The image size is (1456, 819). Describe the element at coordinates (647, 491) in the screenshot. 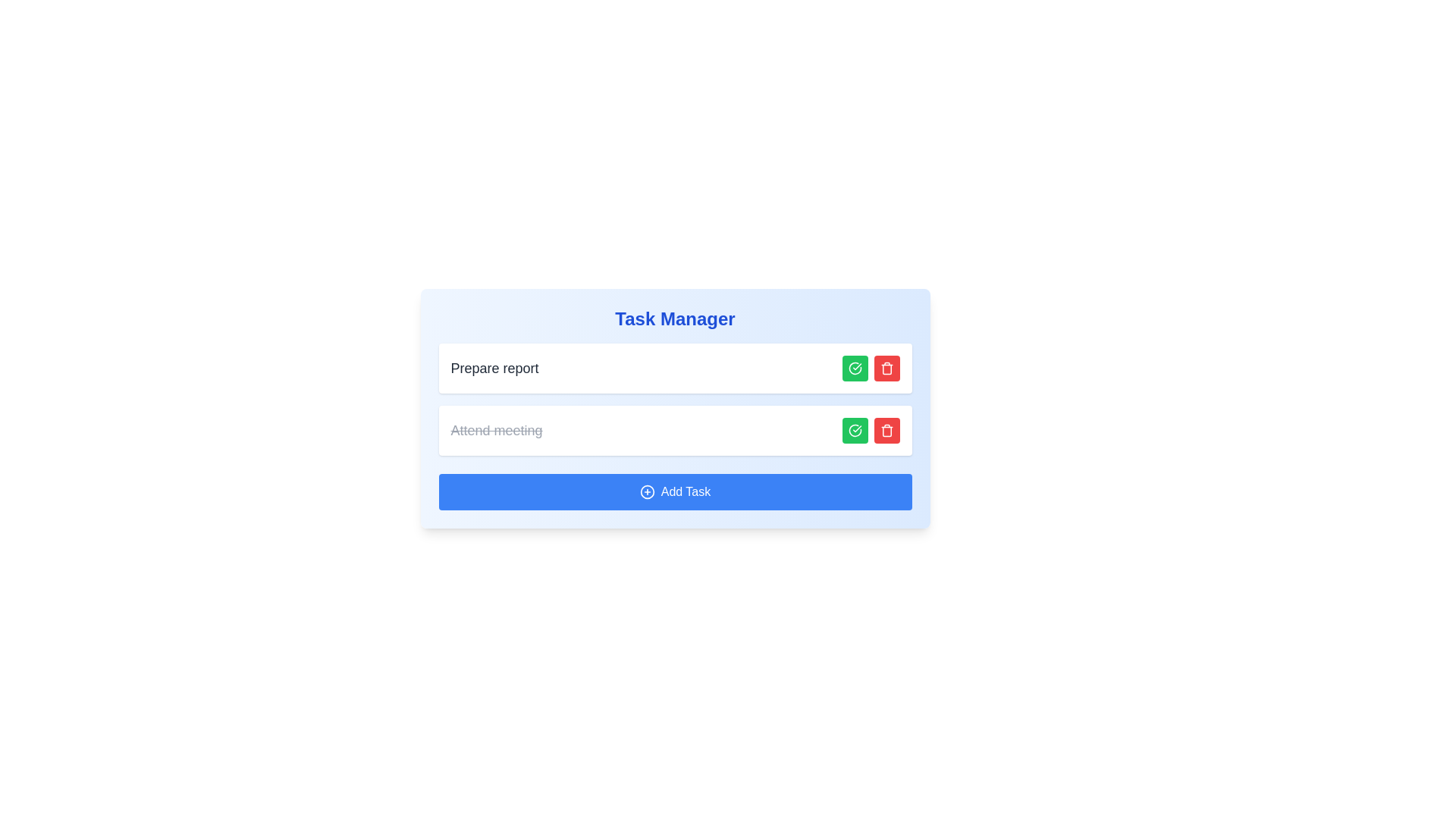

I see `the appearance of the 'Add Task' icon located on the left side of the 'Add Task' button at the bottom section of the interface` at that location.